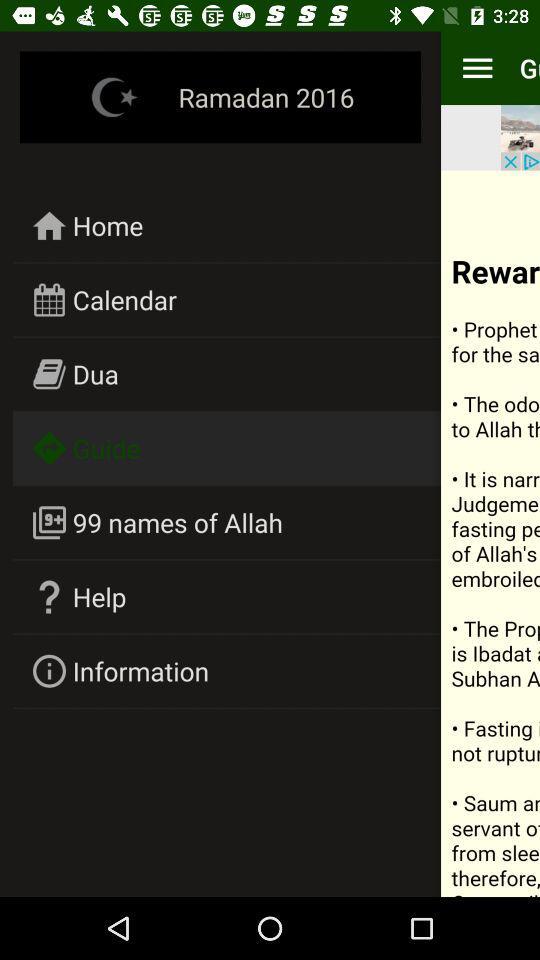 The image size is (540, 960). I want to click on the item to the right of 99 names of, so click(489, 532).